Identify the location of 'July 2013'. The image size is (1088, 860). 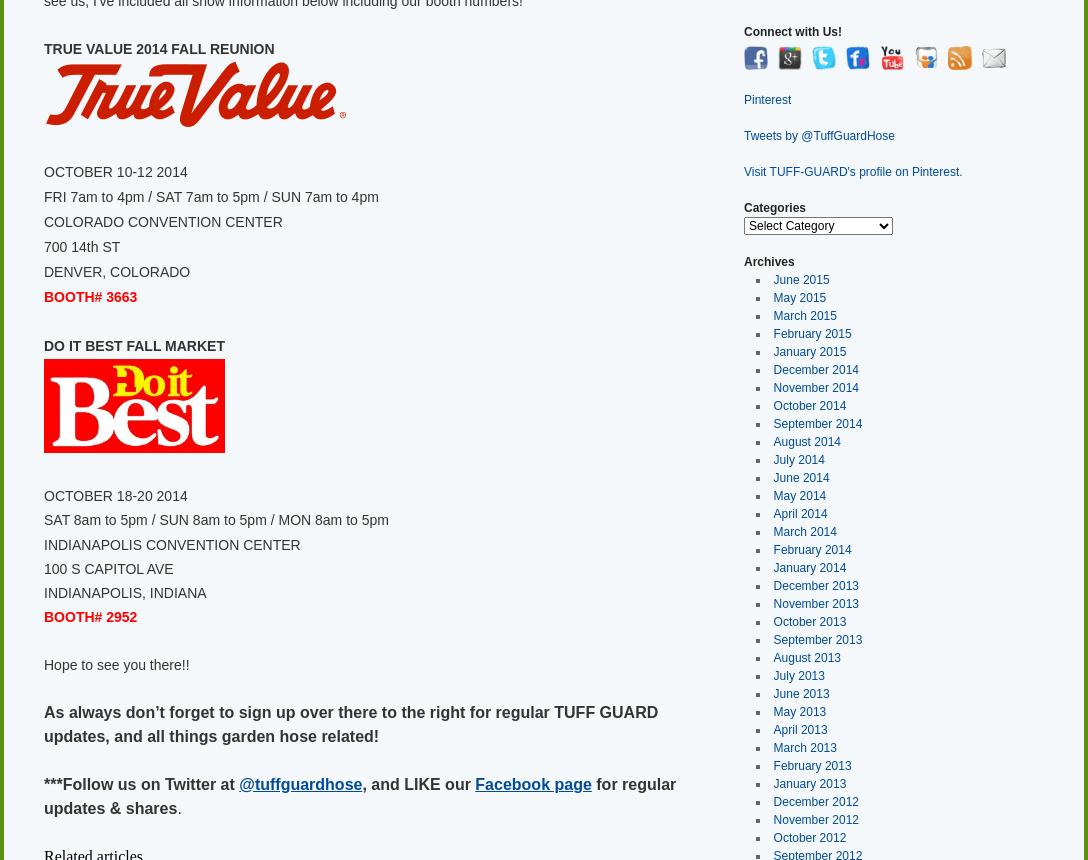
(797, 675).